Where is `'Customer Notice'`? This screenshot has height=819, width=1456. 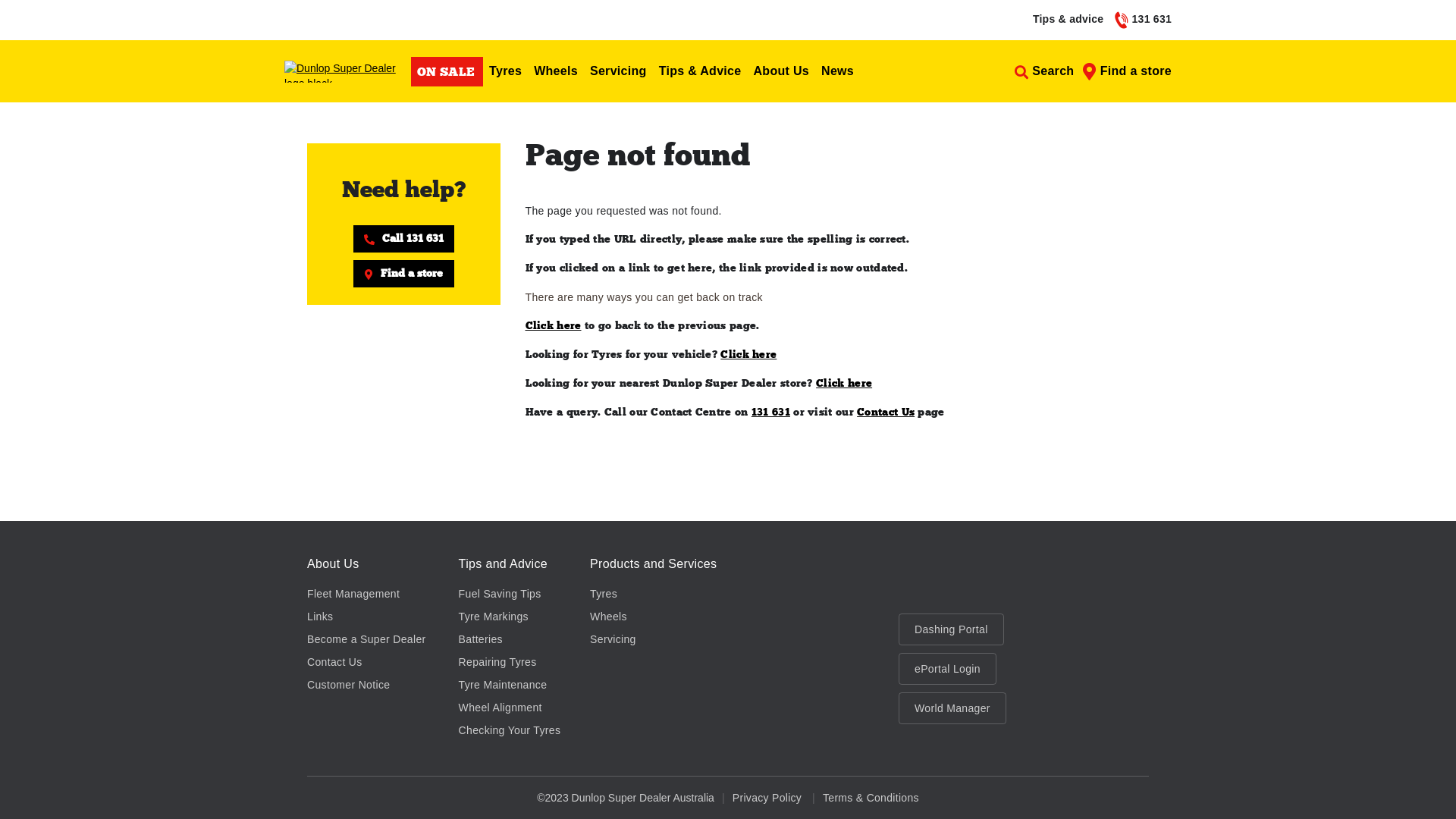 'Customer Notice' is located at coordinates (347, 684).